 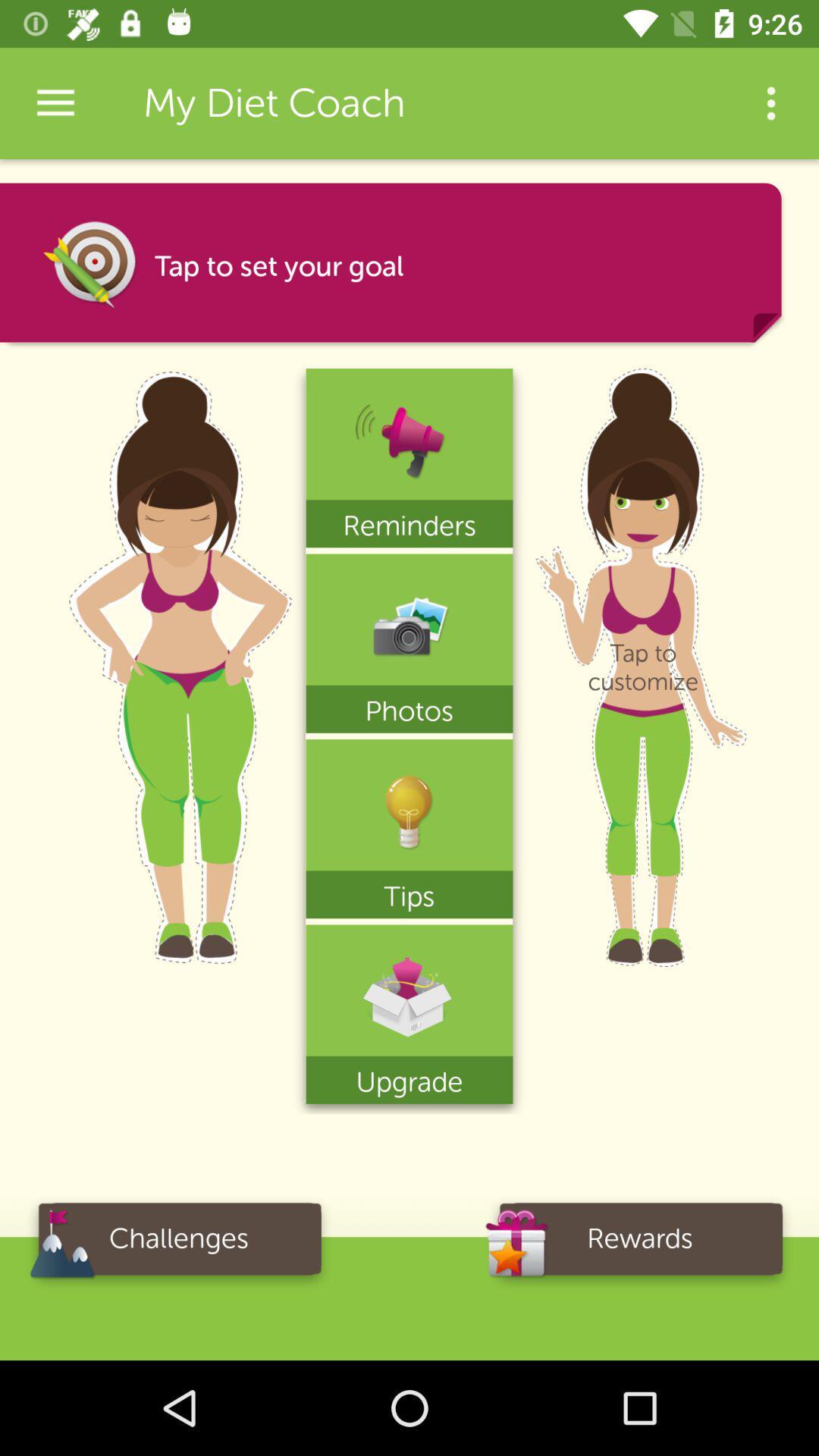 What do you see at coordinates (771, 102) in the screenshot?
I see `the app to the right of my diet coach app` at bounding box center [771, 102].